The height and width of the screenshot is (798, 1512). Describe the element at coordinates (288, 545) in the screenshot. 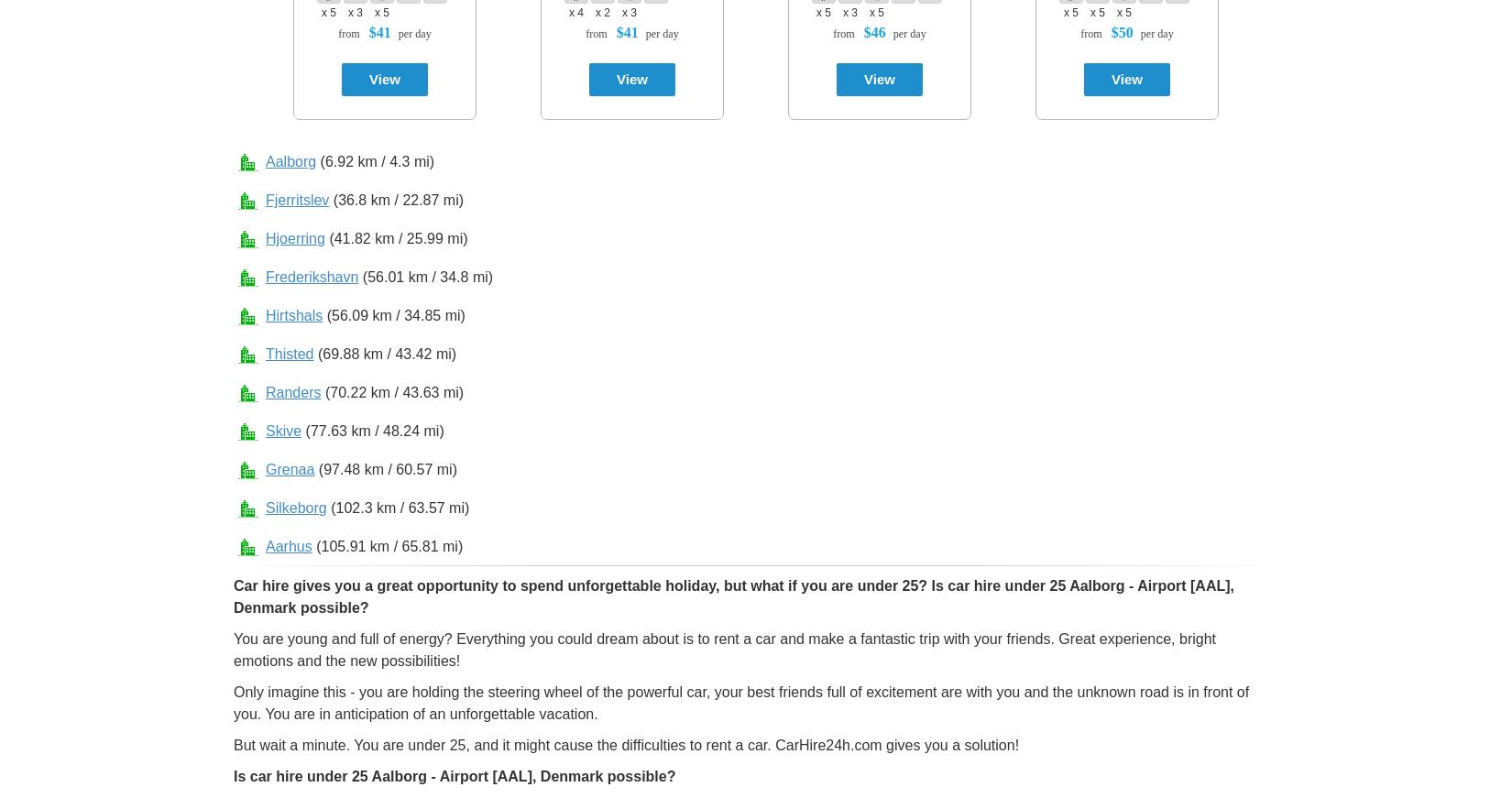

I see `'Aarhus'` at that location.